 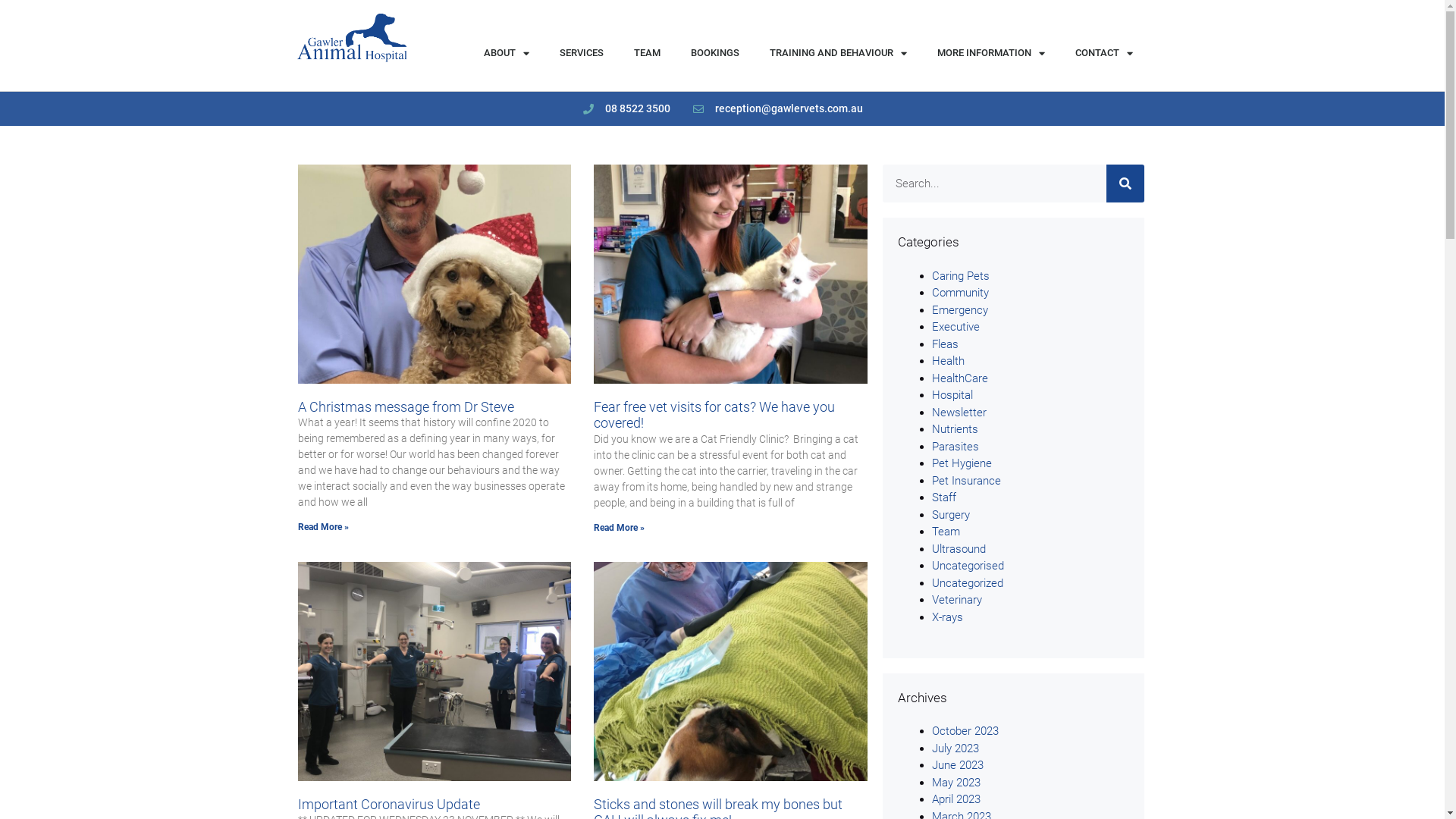 What do you see at coordinates (955, 781) in the screenshot?
I see `'May 2023'` at bounding box center [955, 781].